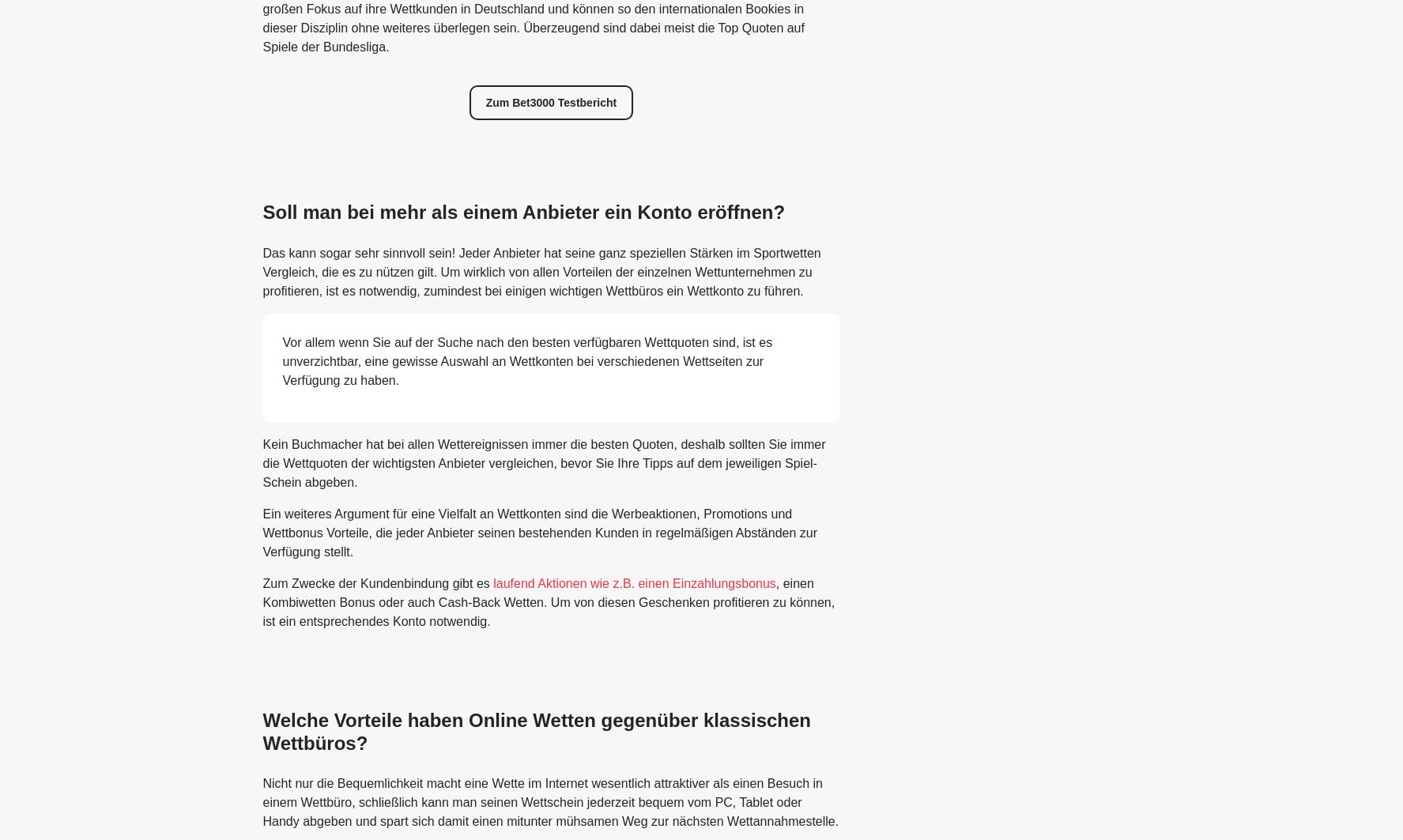 Image resolution: width=1403 pixels, height=840 pixels. I want to click on 'Nicht nur die Bequemlichkeit macht eine Wette im Internet wesentlich attraktiver als einen Besuch in einem Wettbüro, schließlich kann man seinen Wettschein jederzeit bequem vom PC, Tablet oder Handy abgeben und spart sich damit einen mitunter mühsamen Weg zur nächsten Wettannahmestelle.', so click(261, 801).